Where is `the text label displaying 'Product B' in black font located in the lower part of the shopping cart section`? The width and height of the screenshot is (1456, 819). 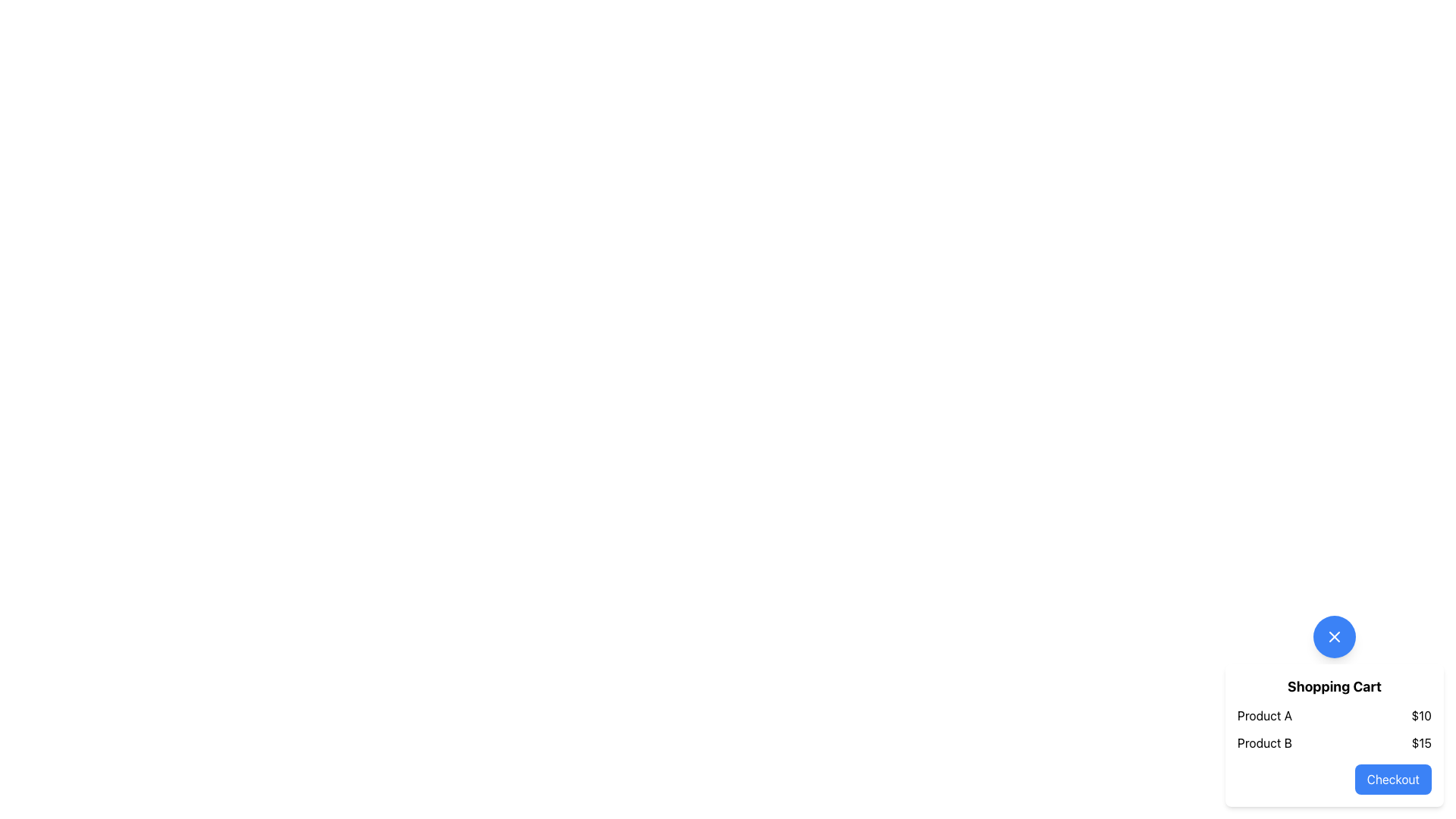 the text label displaying 'Product B' in black font located in the lower part of the shopping cart section is located at coordinates (1264, 742).